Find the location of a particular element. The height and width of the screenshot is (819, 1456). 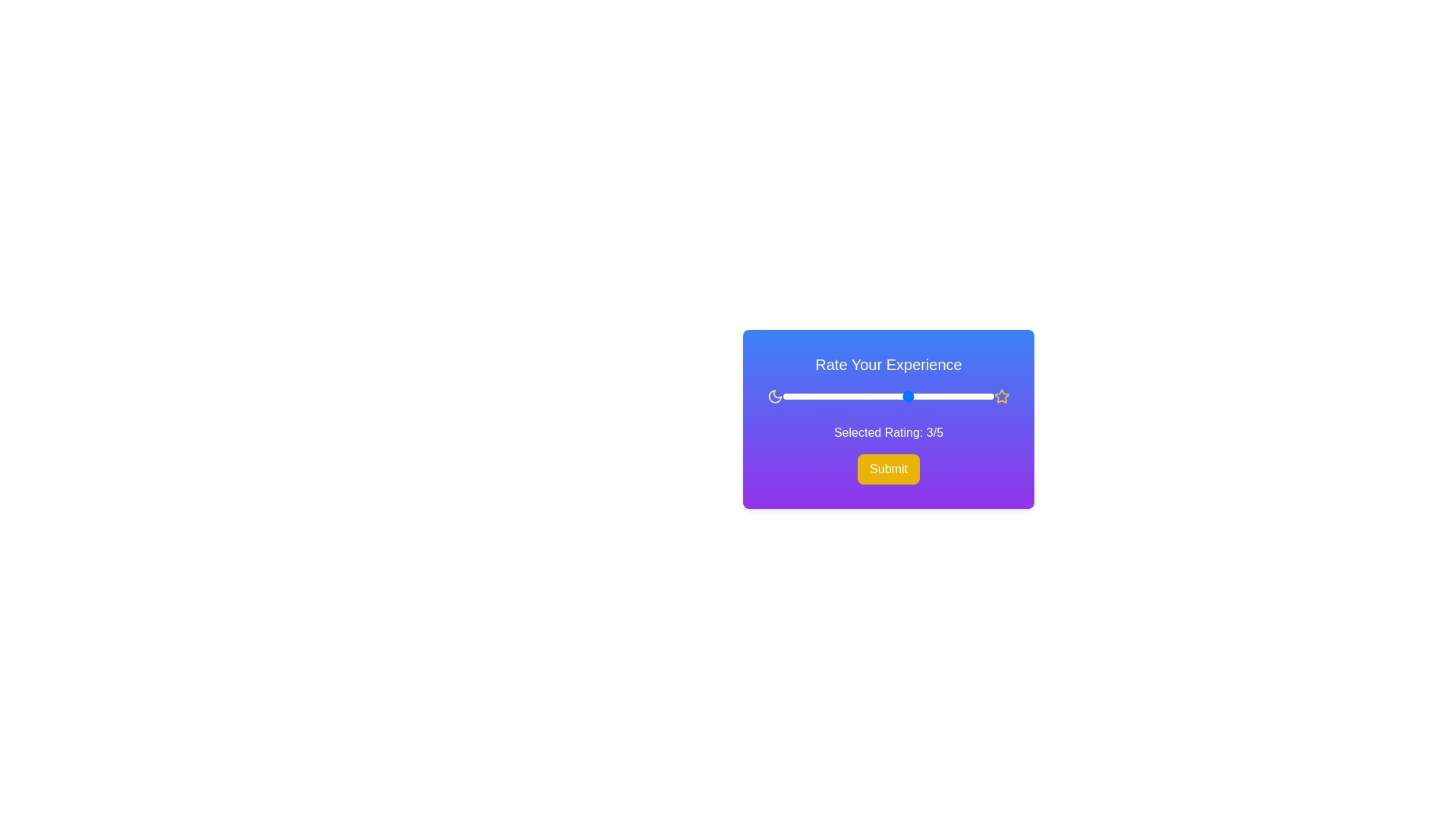

the rating slider to 2 (0-5) is located at coordinates (868, 396).